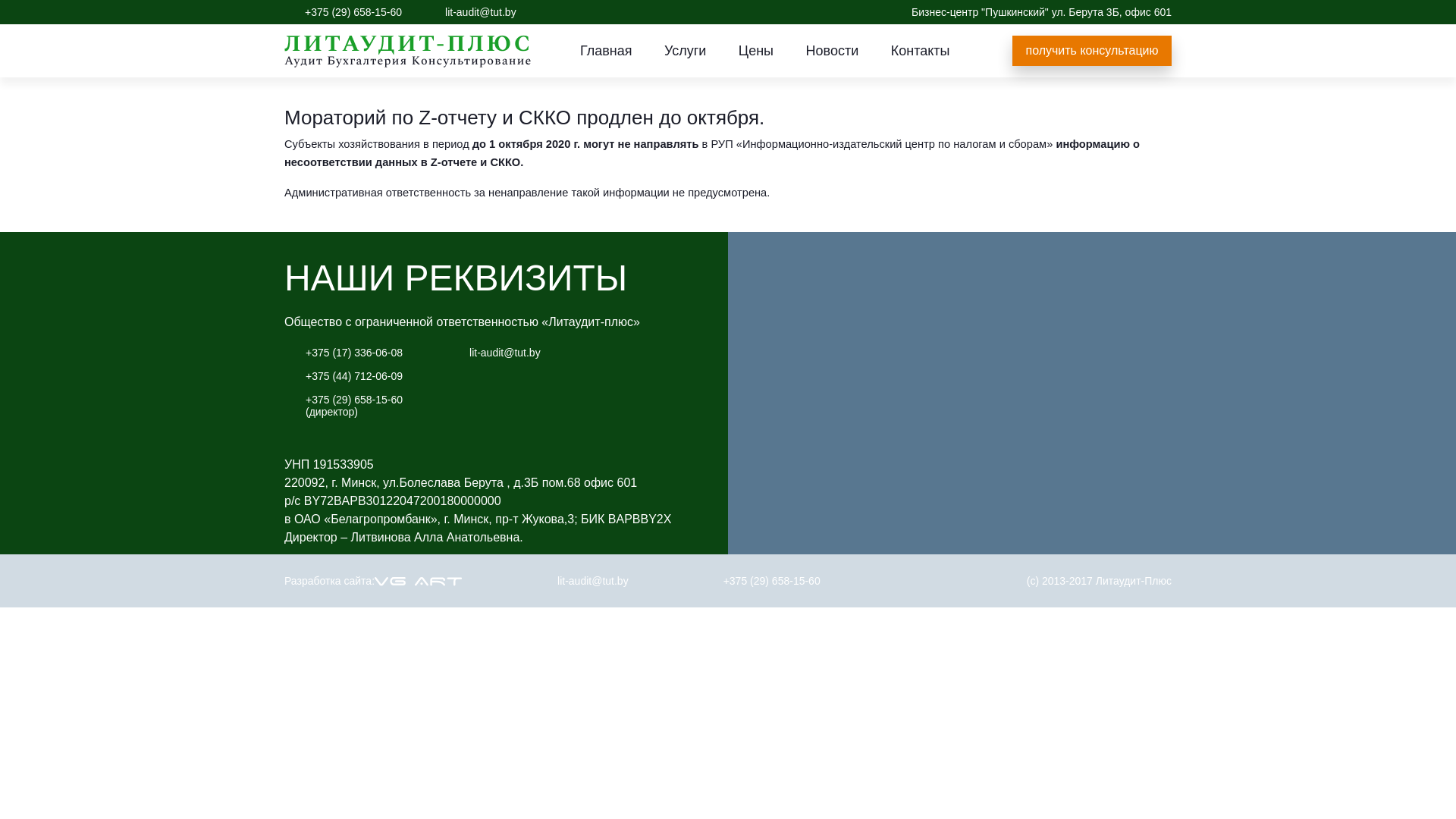 The width and height of the screenshot is (1456, 819). What do you see at coordinates (353, 375) in the screenshot?
I see `'+375 (44) 712-06-09'` at bounding box center [353, 375].